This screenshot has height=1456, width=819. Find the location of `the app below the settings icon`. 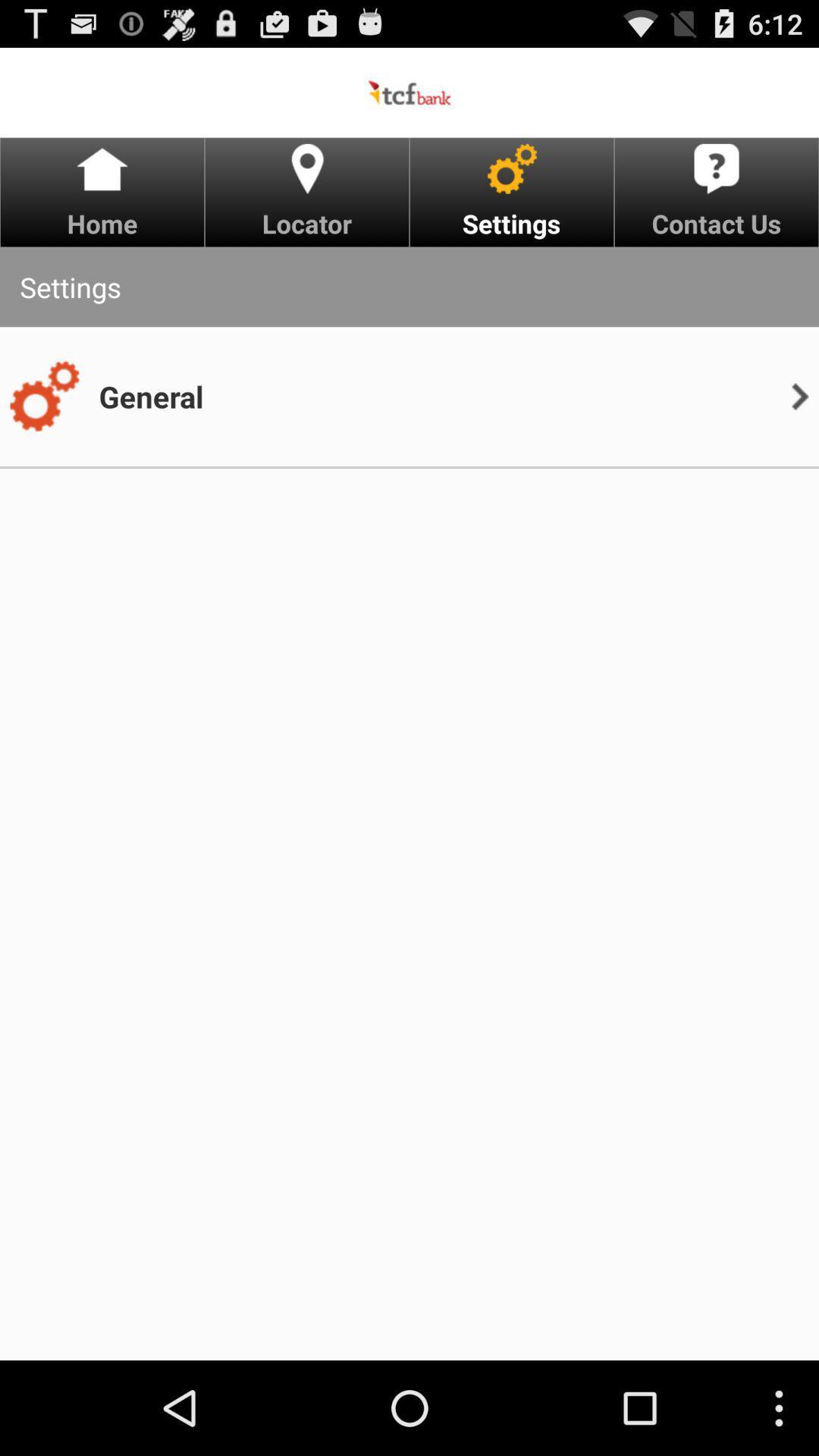

the app below the settings icon is located at coordinates (151, 397).